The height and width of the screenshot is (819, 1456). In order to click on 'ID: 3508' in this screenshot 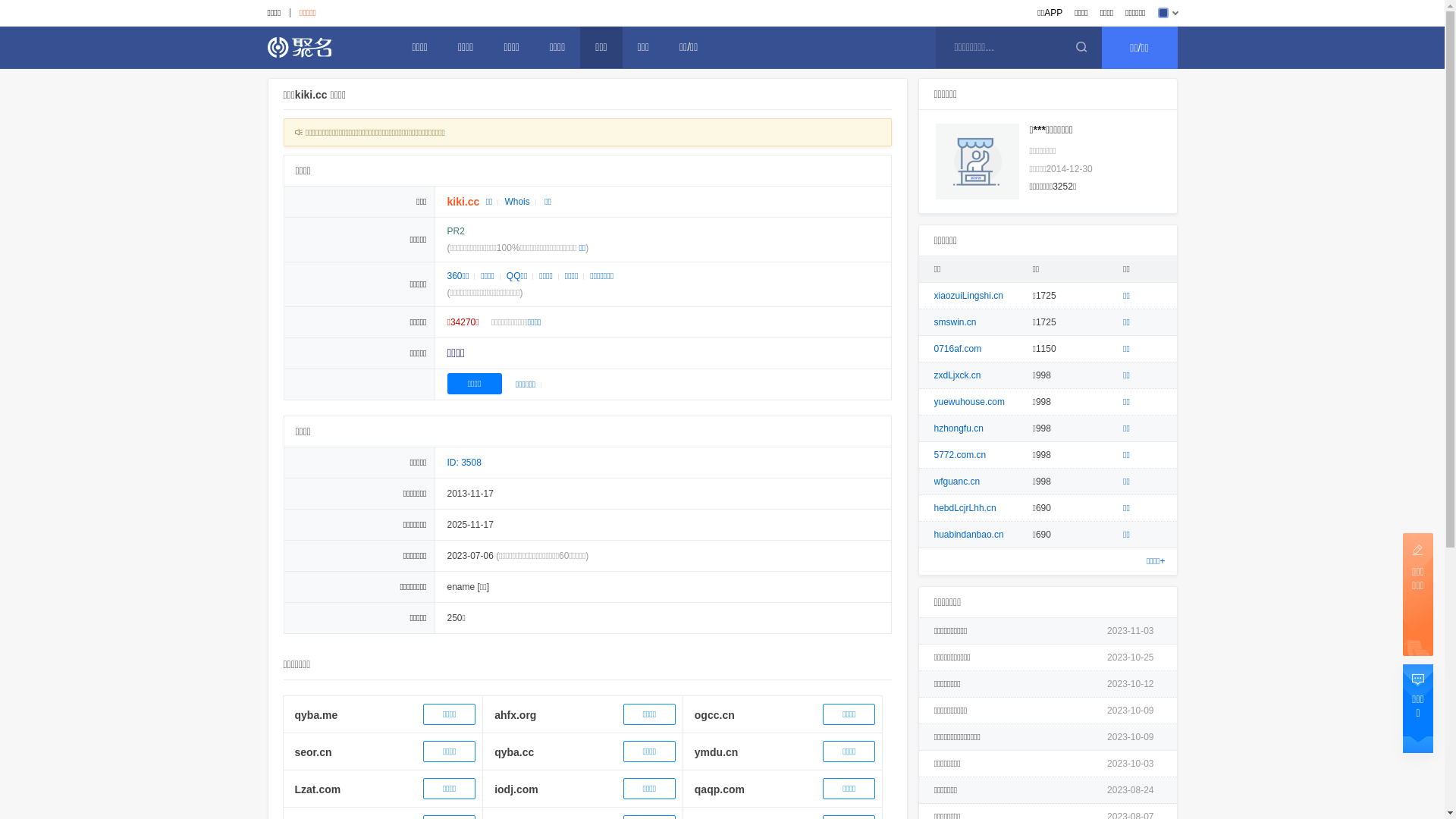, I will do `click(463, 461)`.